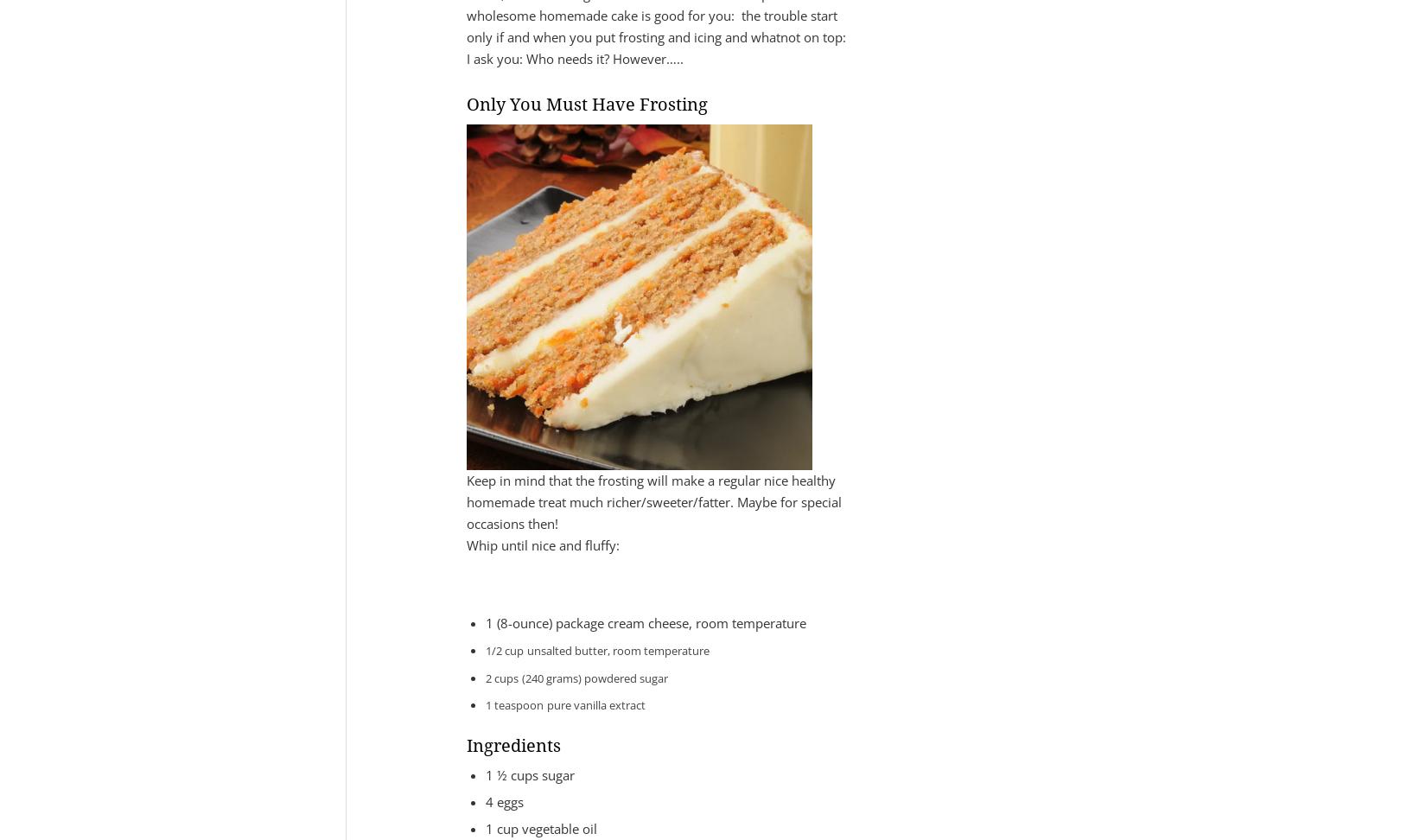 This screenshot has height=840, width=1426. Describe the element at coordinates (529, 774) in the screenshot. I see `'1 ½ cups sugar'` at that location.